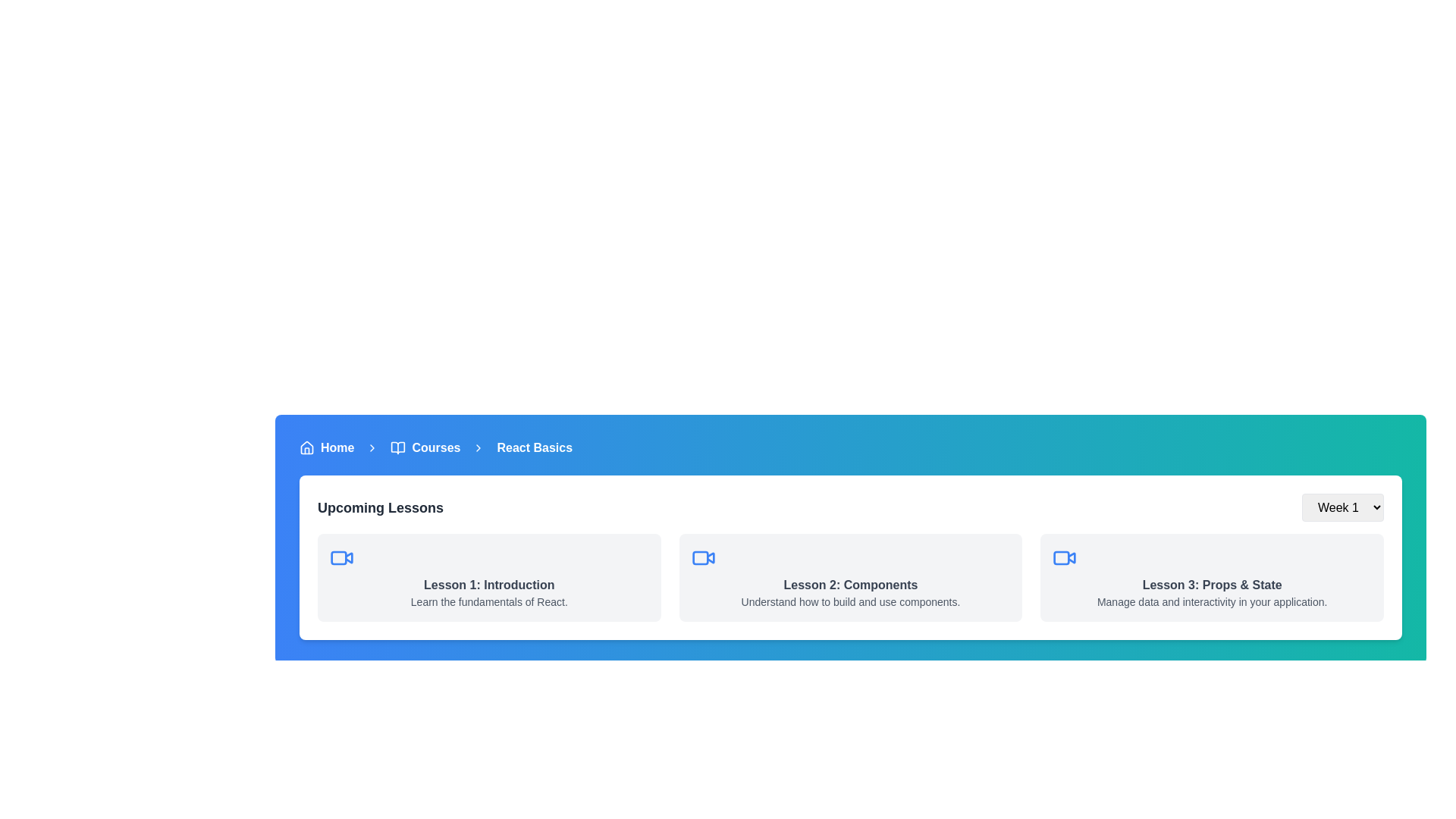  What do you see at coordinates (702, 558) in the screenshot?
I see `the multimedia icon located near the top-left corner preceding the text 'Lesson 2: Components' to interact with the contextual representation of the lesson title` at bounding box center [702, 558].